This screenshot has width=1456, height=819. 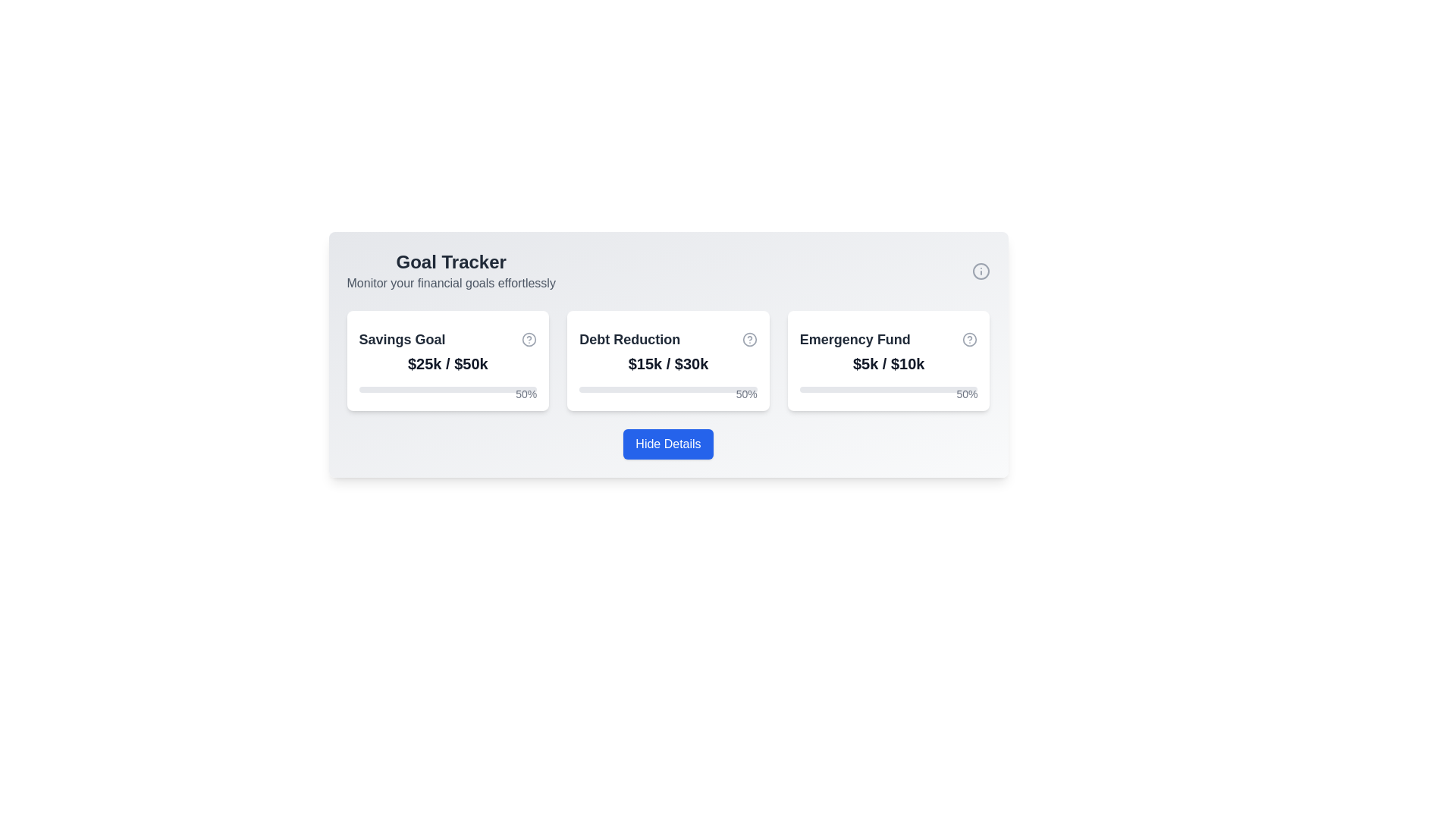 What do you see at coordinates (969, 338) in the screenshot?
I see `the decorative SVG Circle that represents the circular part of the 'help' styled icon located in the top-right corner of the 'Emergency Fund' card` at bounding box center [969, 338].